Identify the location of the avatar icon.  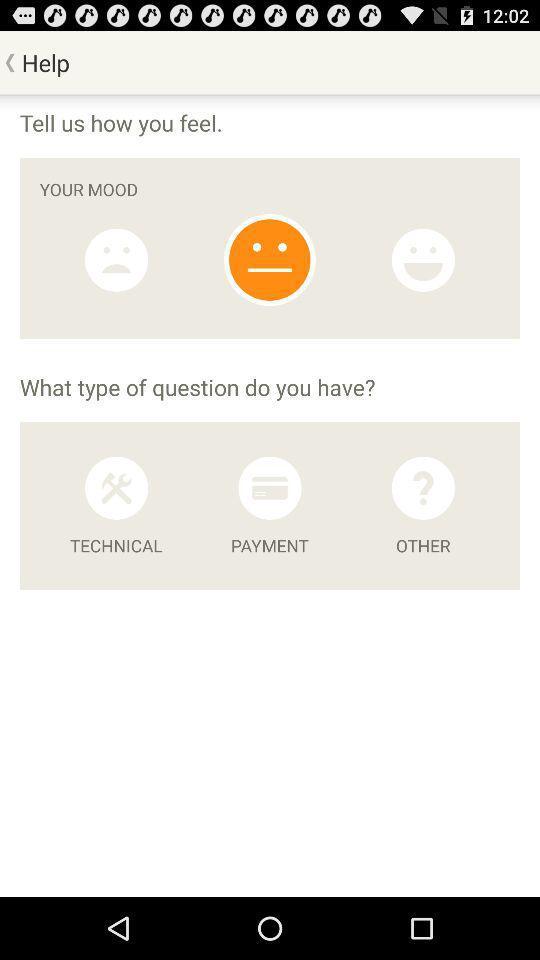
(116, 277).